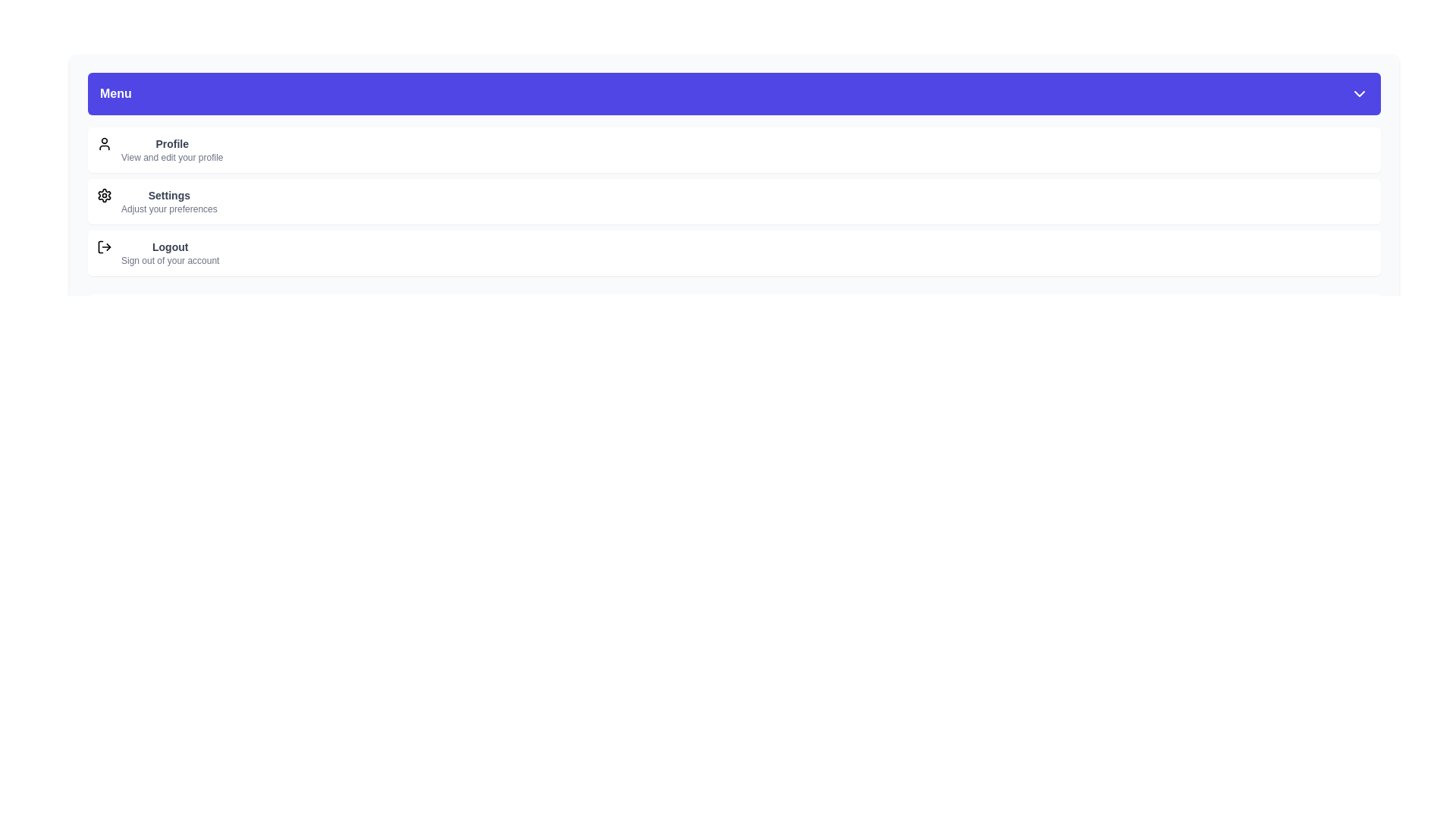 This screenshot has height=819, width=1456. Describe the element at coordinates (734, 201) in the screenshot. I see `the menu item labeled Settings to highlight it` at that location.